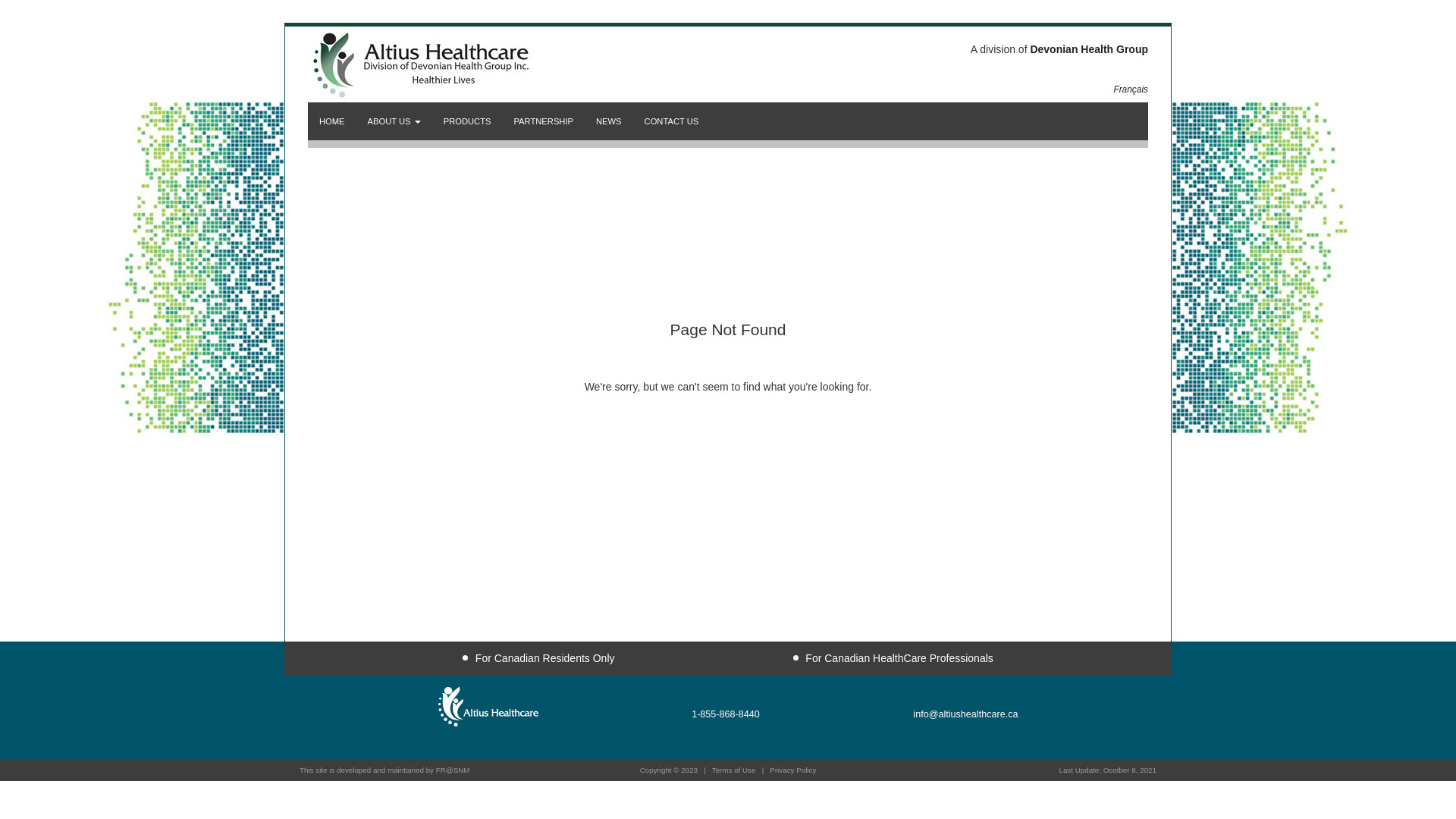  What do you see at coordinates (893, 657) in the screenshot?
I see `'For Canadian HealthCare Professionals'` at bounding box center [893, 657].